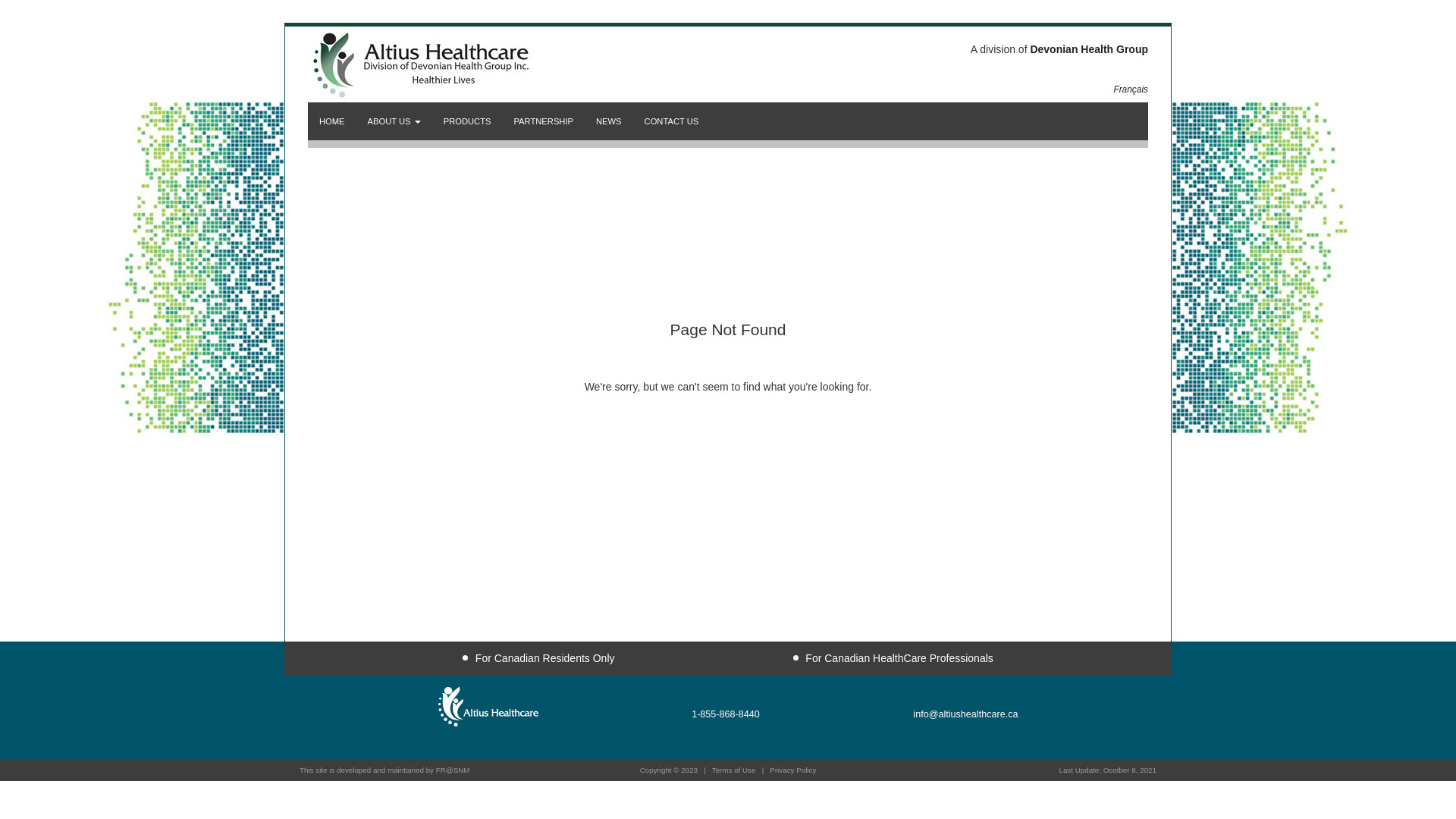  What do you see at coordinates (893, 657) in the screenshot?
I see `'For Canadian HealthCare Professionals'` at bounding box center [893, 657].